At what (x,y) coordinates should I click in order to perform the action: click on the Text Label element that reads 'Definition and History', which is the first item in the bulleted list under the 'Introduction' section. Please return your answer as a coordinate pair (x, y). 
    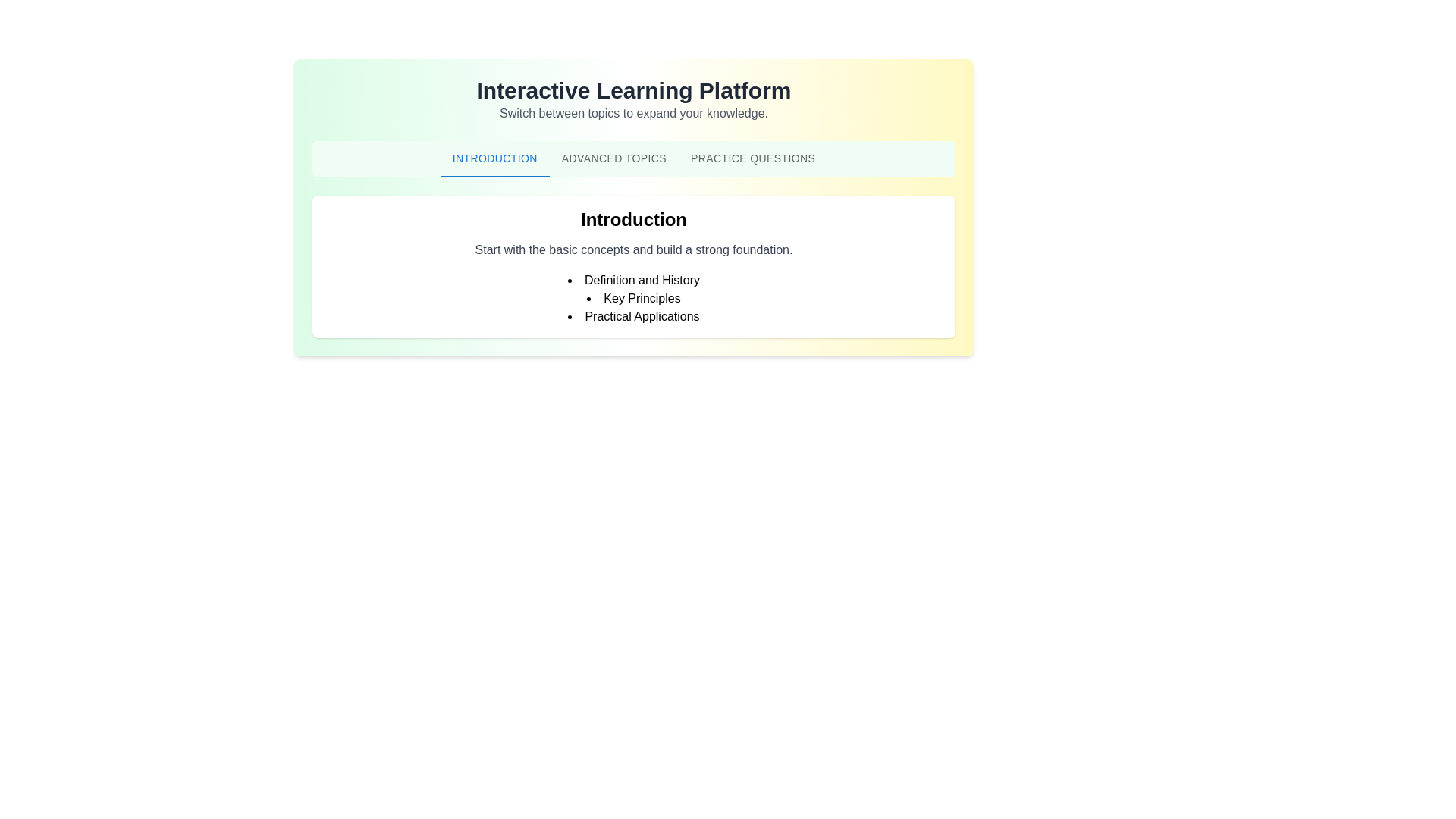
    Looking at the image, I should click on (633, 281).